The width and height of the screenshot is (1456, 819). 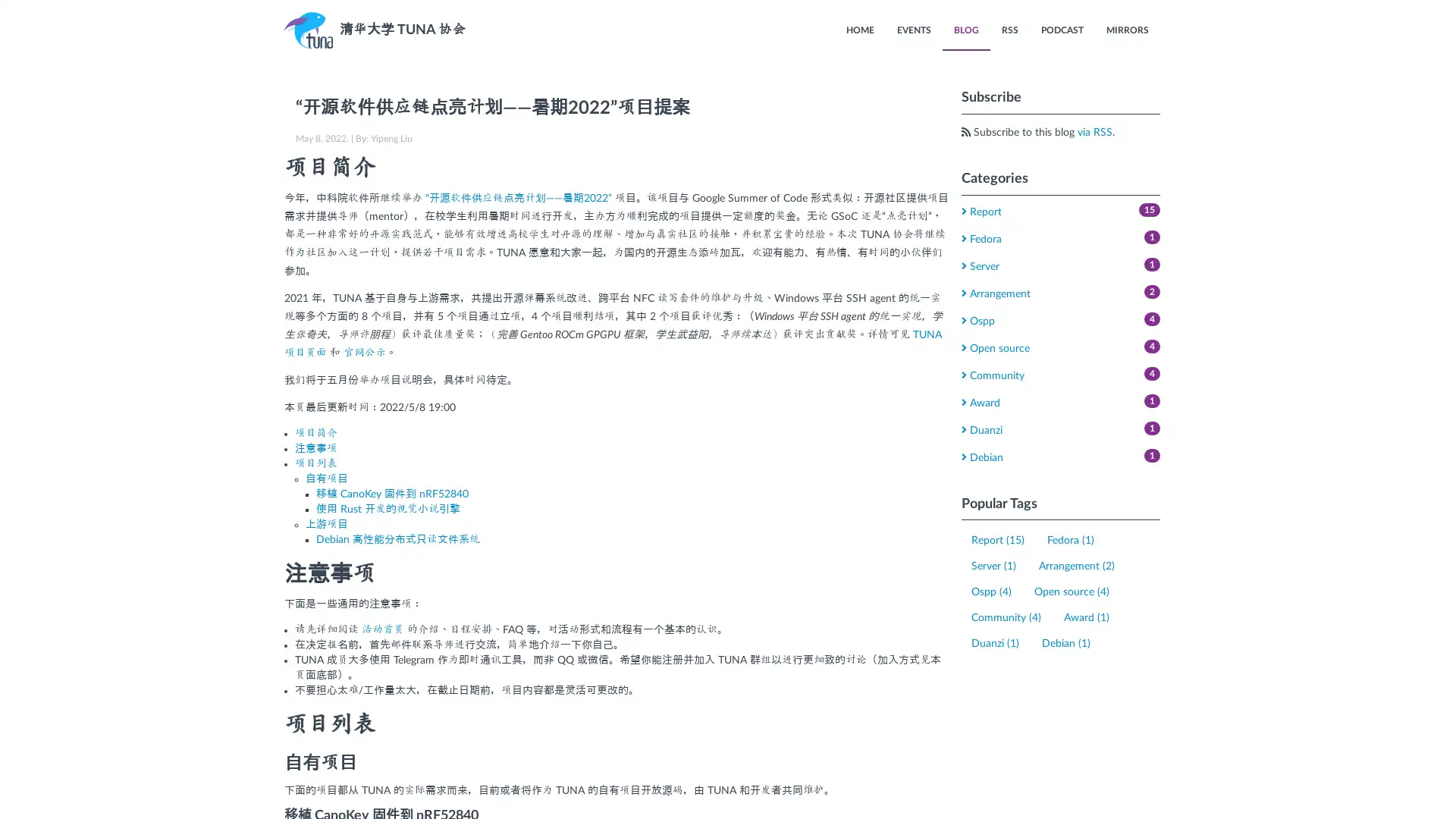 I want to click on Fedora (1), so click(x=1069, y=540).